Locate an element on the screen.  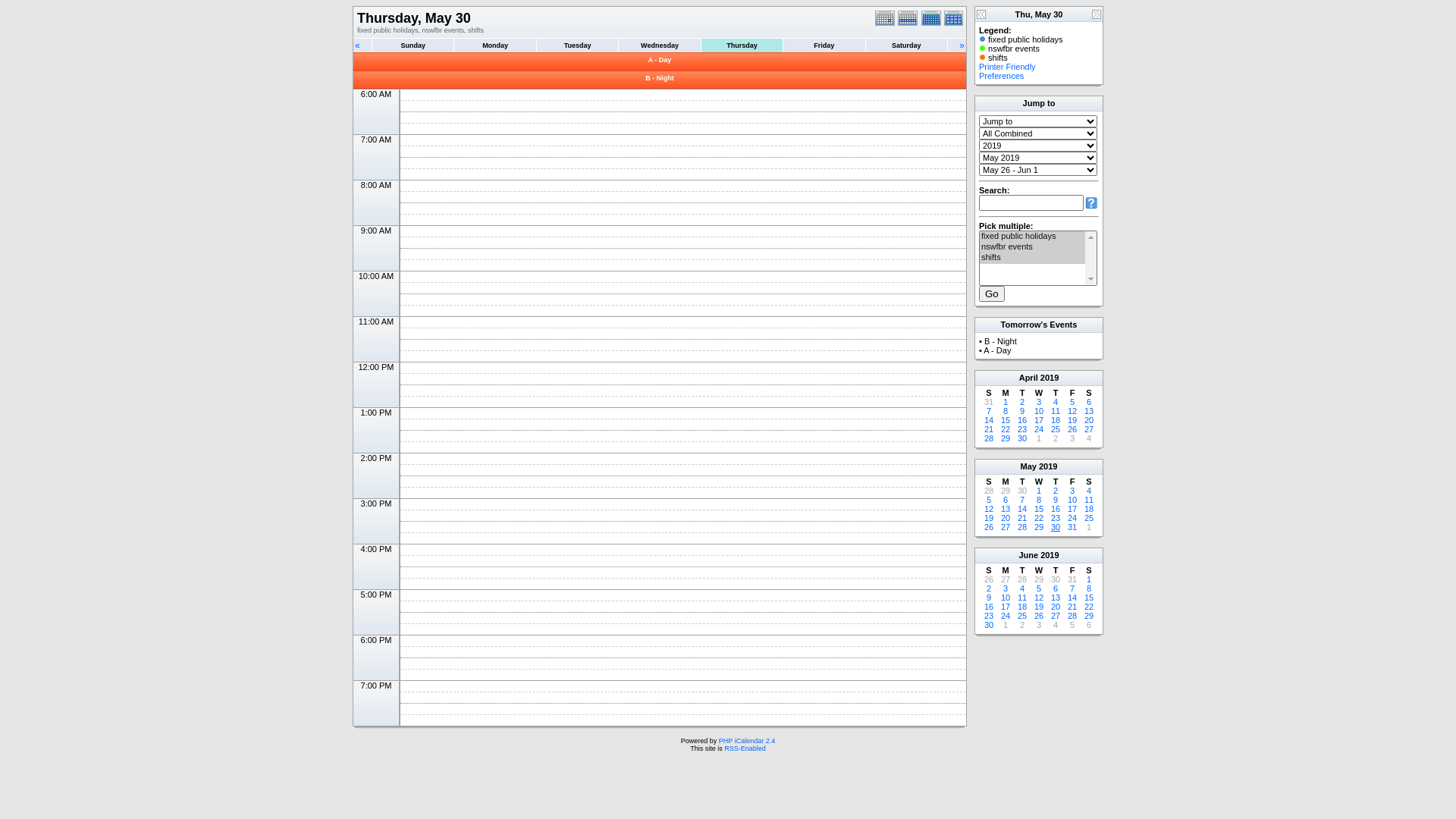
'1' is located at coordinates (1037, 438).